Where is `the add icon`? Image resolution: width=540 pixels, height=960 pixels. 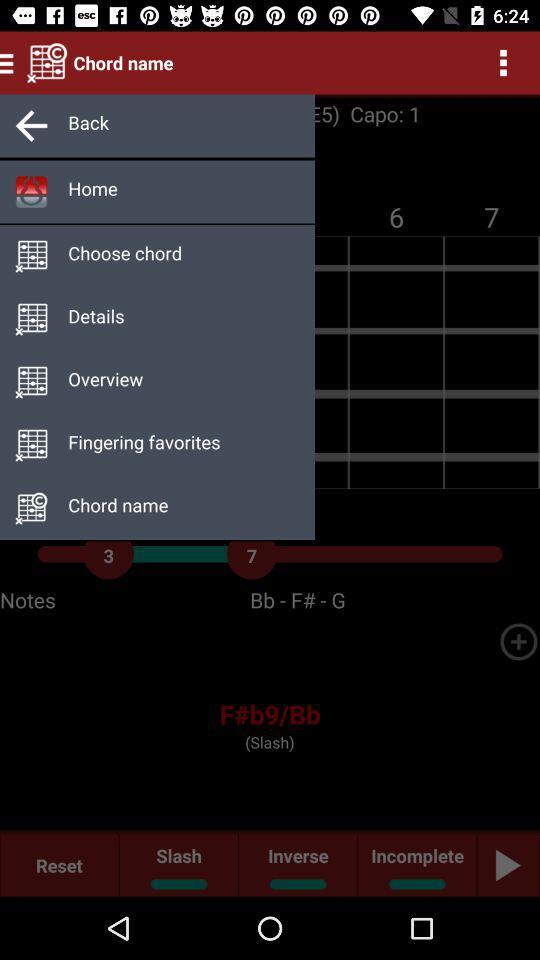 the add icon is located at coordinates (518, 640).